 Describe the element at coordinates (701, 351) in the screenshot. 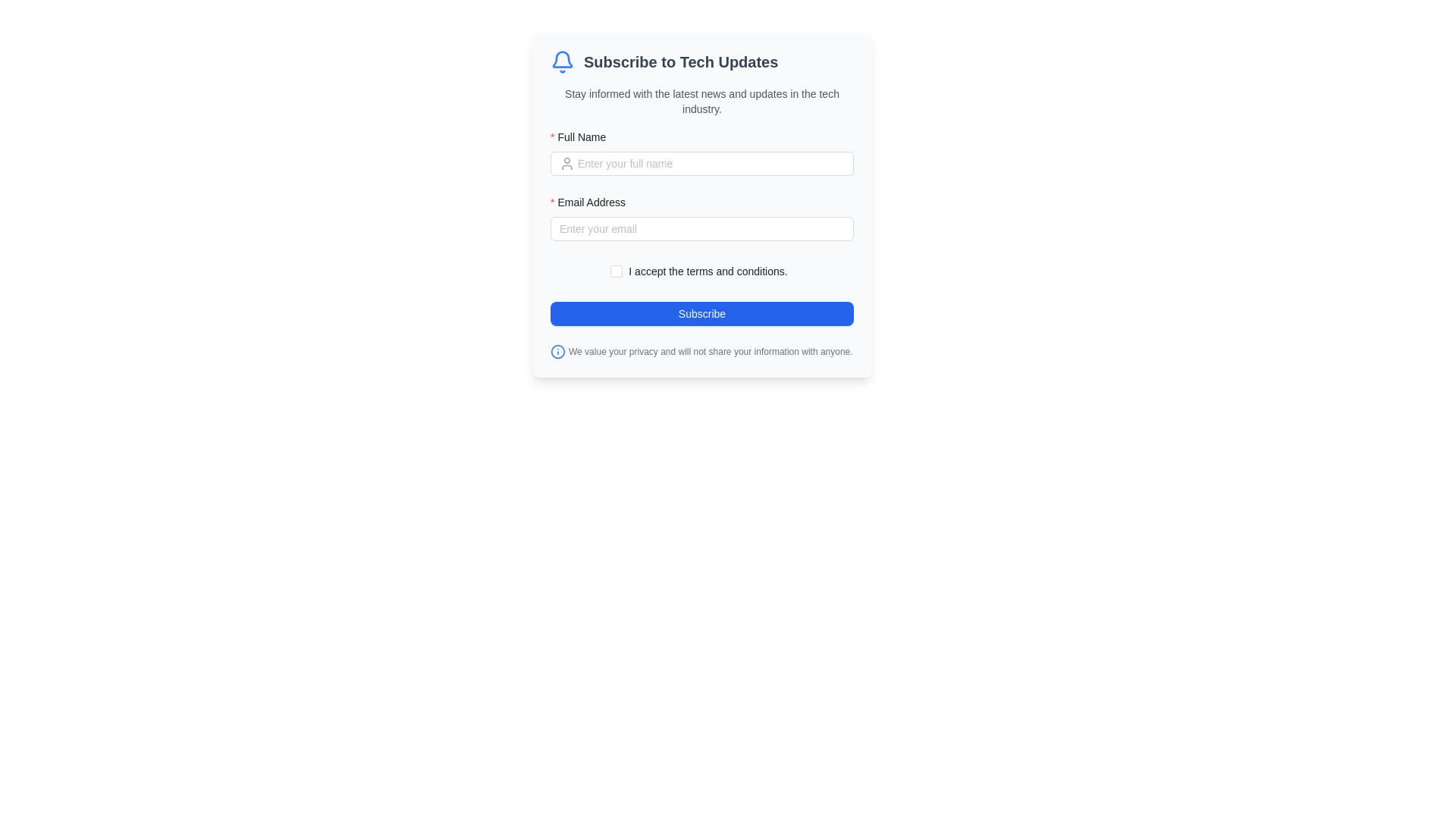

I see `the privacy notice text block with a blue information icon, located centrally below the 'Subscribe' button` at that location.